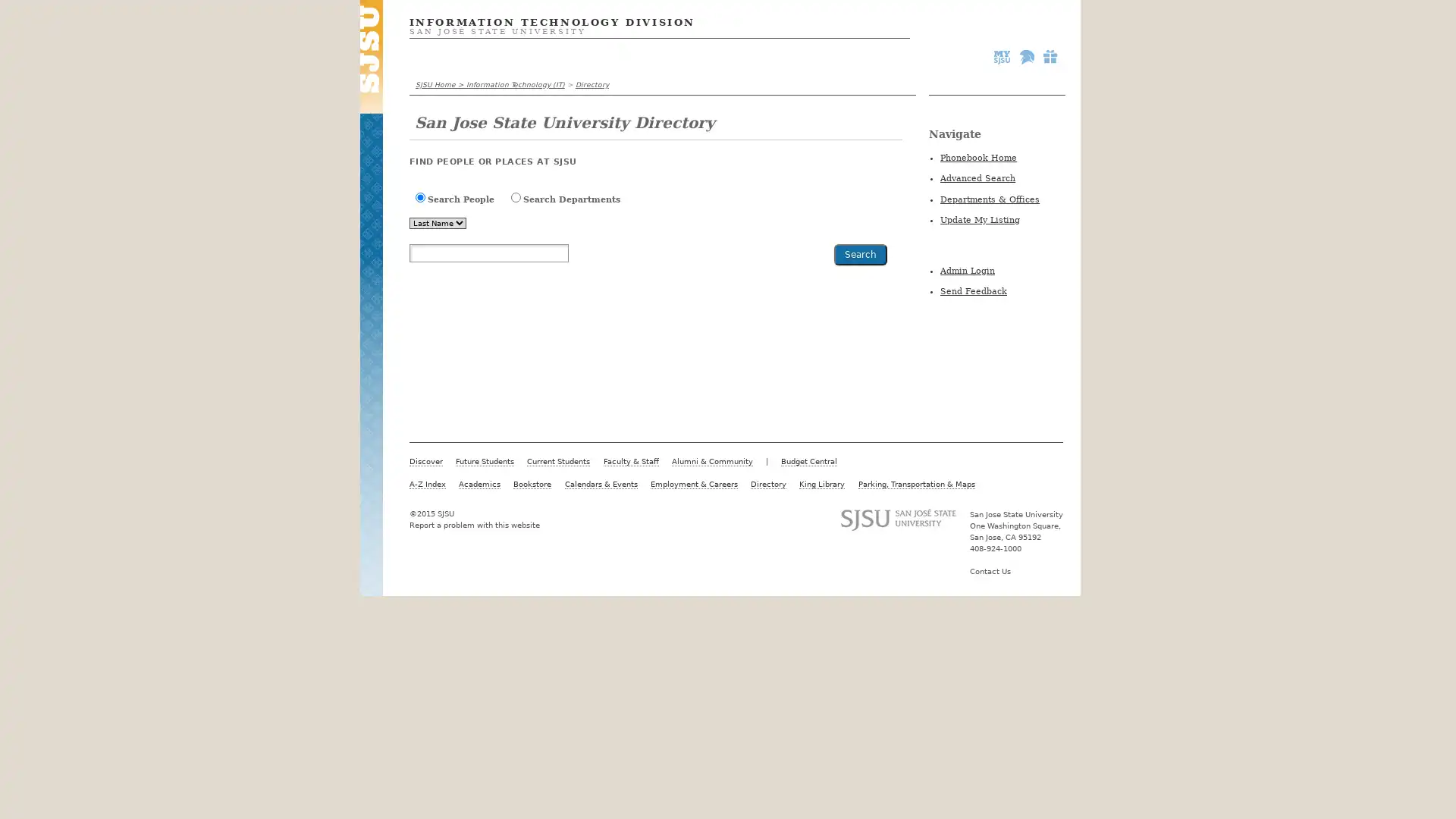  I want to click on Search, so click(859, 253).